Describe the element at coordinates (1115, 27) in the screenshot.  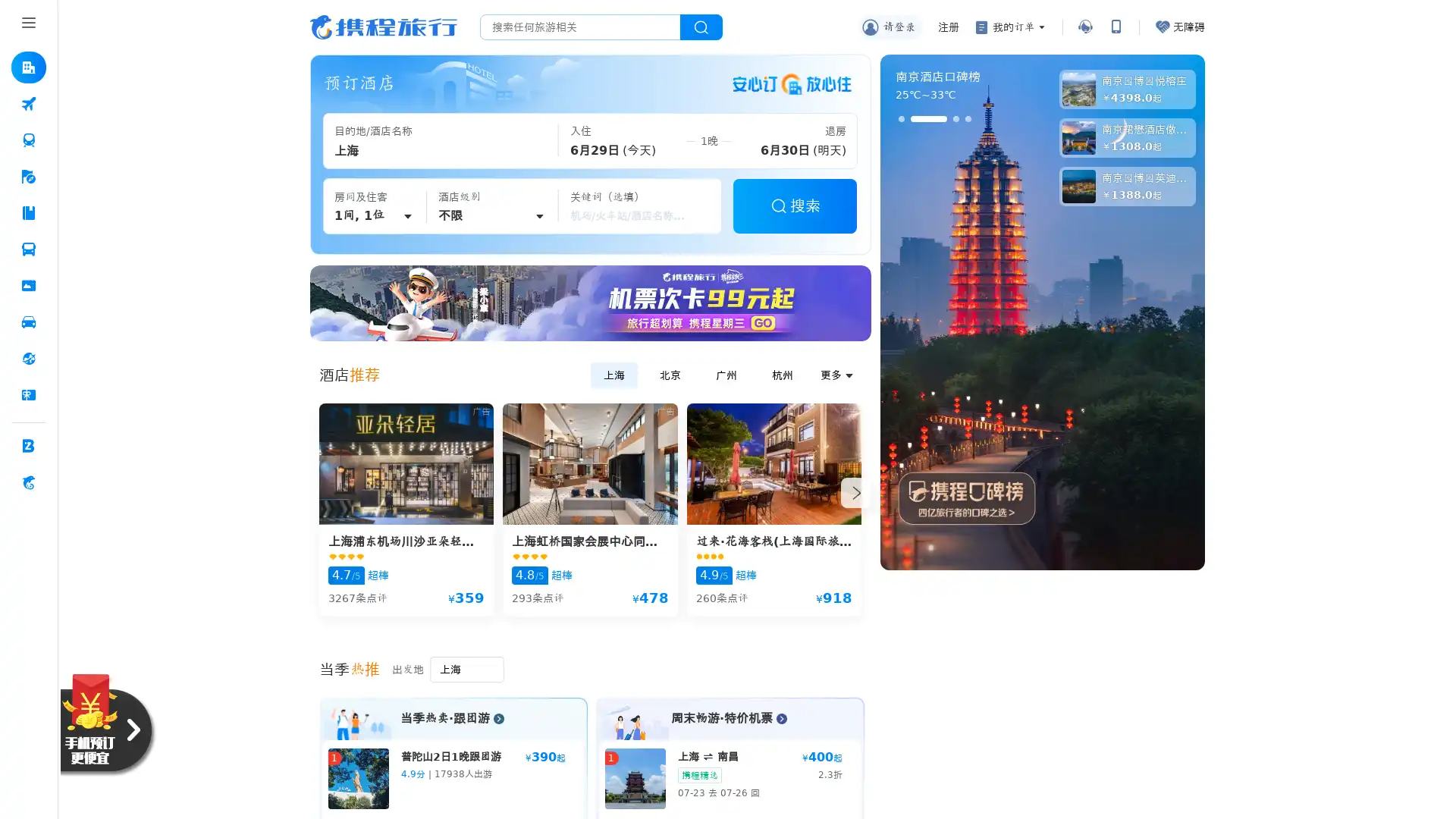
I see `App` at that location.